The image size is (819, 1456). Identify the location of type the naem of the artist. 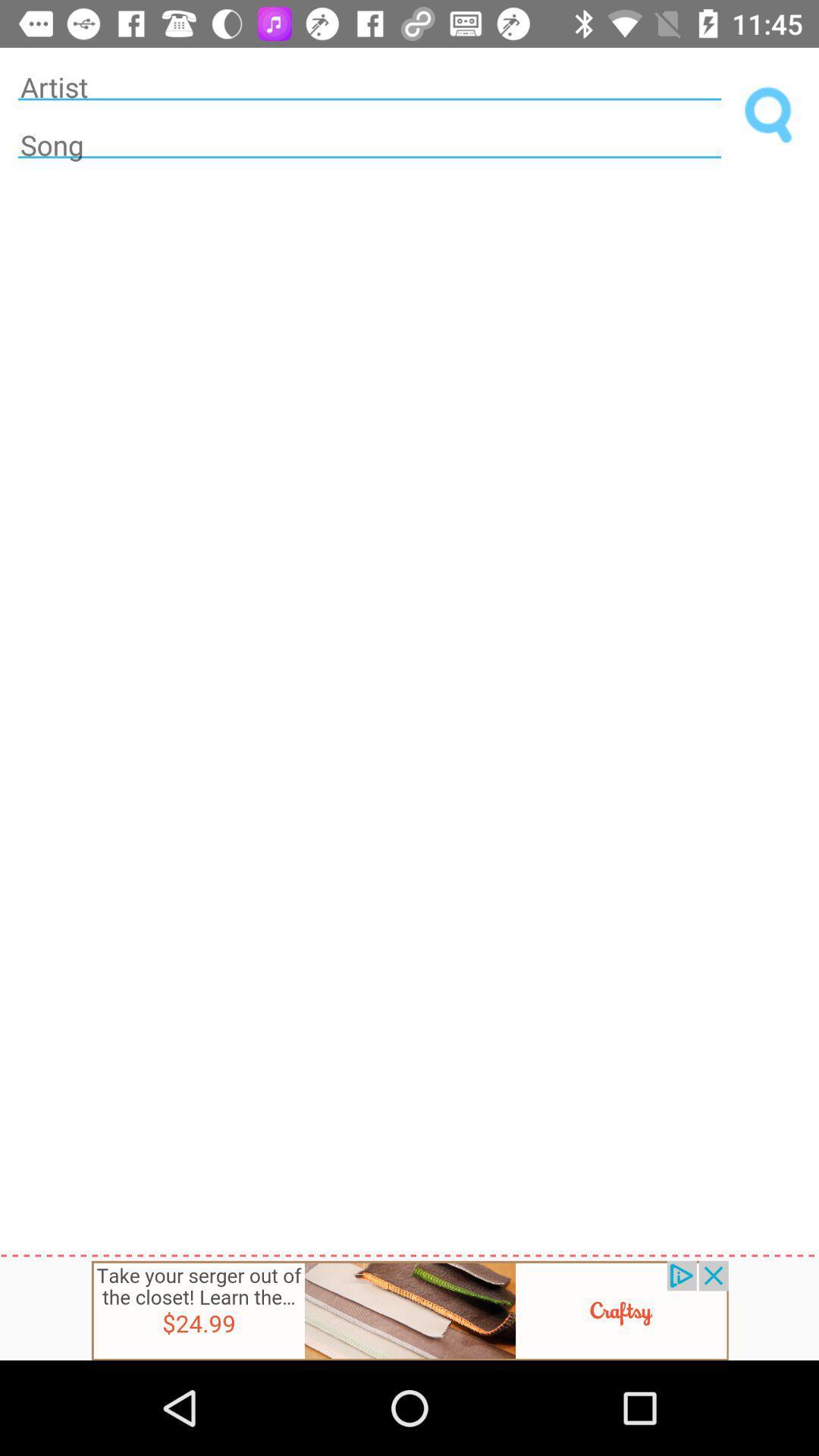
(369, 86).